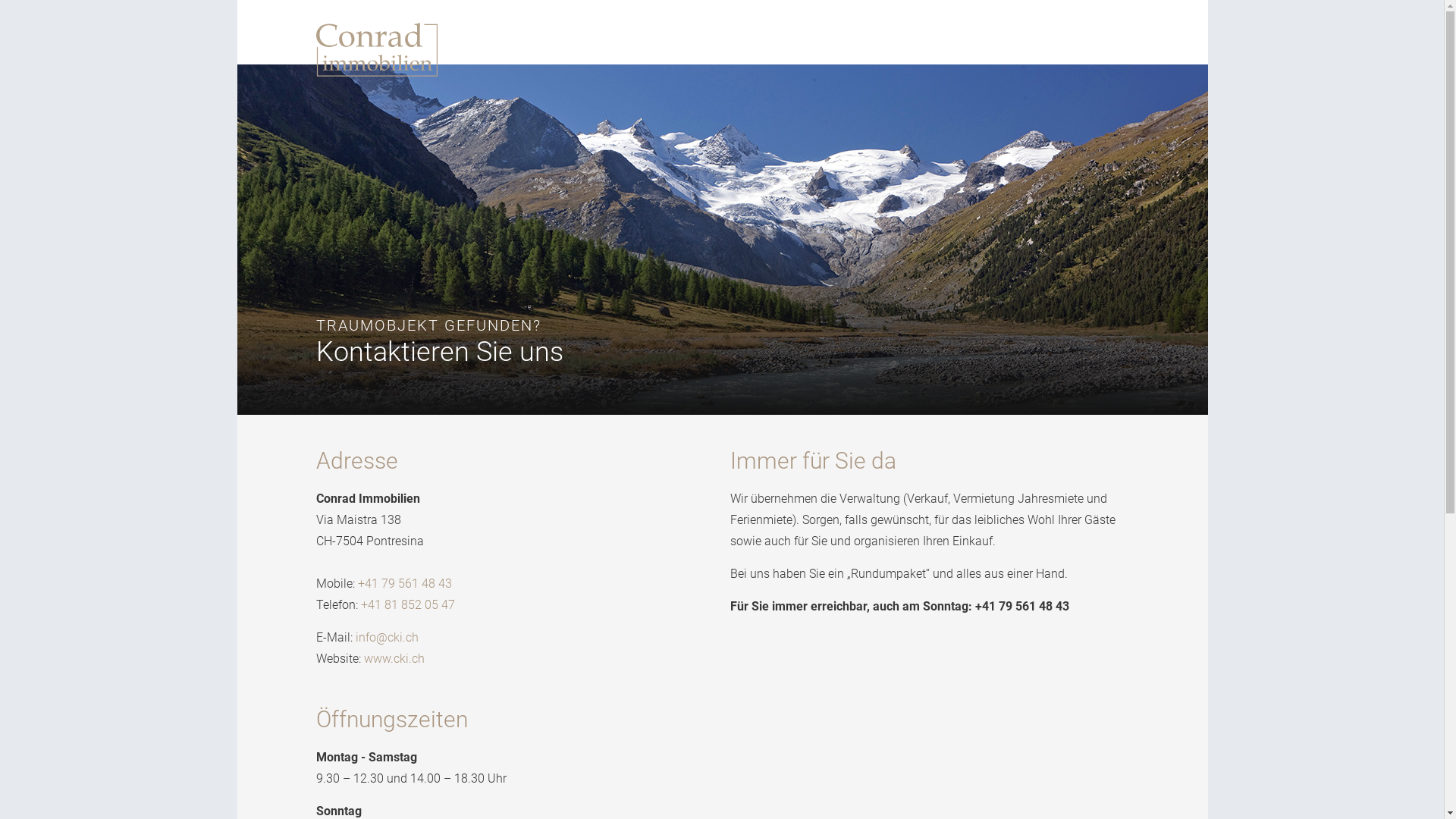 Image resolution: width=1456 pixels, height=819 pixels. Describe the element at coordinates (387, 637) in the screenshot. I see `'info@cki.ch'` at that location.